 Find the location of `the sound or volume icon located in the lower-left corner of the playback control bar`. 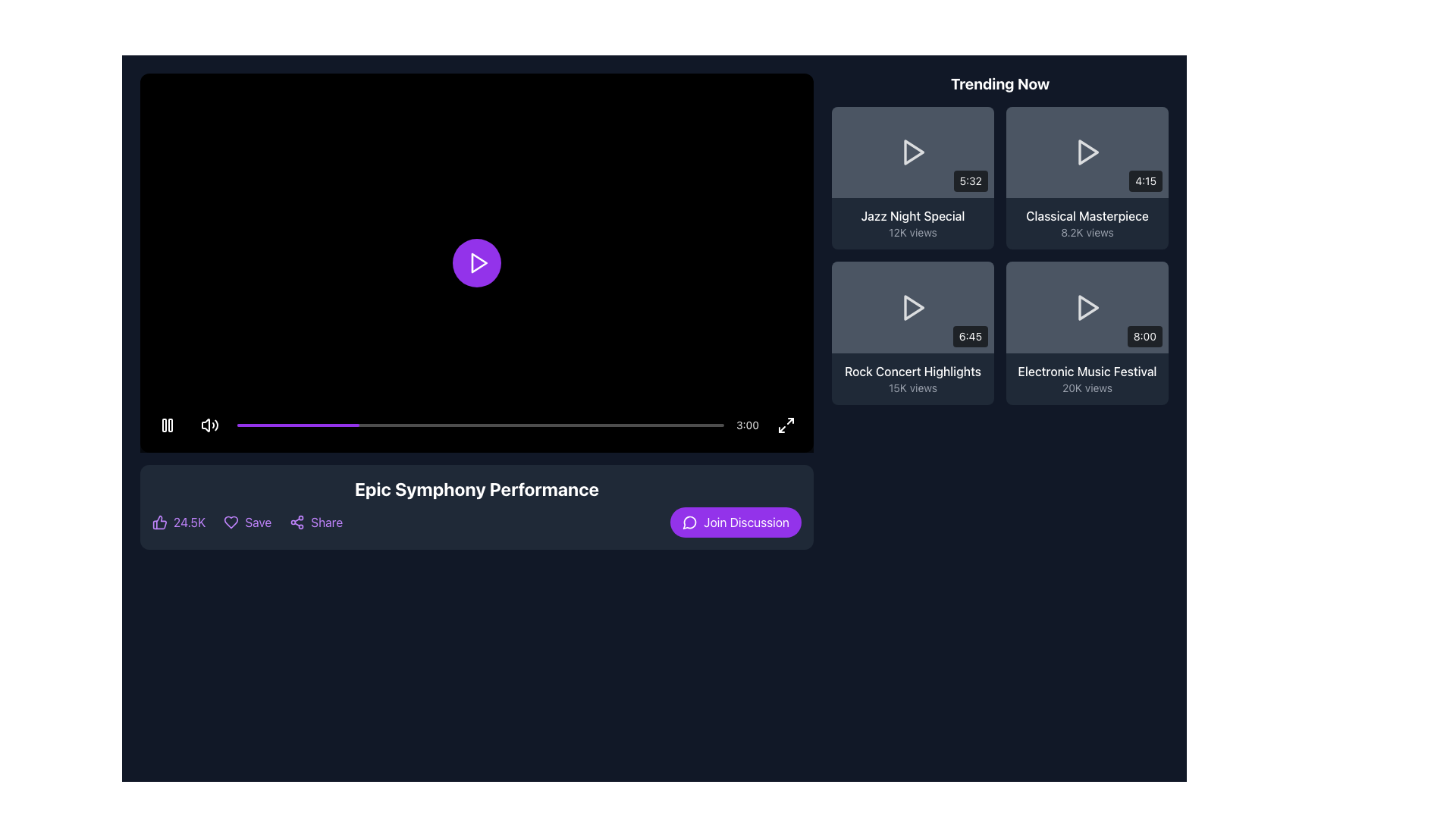

the sound or volume icon located in the lower-left corner of the playback control bar is located at coordinates (205, 425).